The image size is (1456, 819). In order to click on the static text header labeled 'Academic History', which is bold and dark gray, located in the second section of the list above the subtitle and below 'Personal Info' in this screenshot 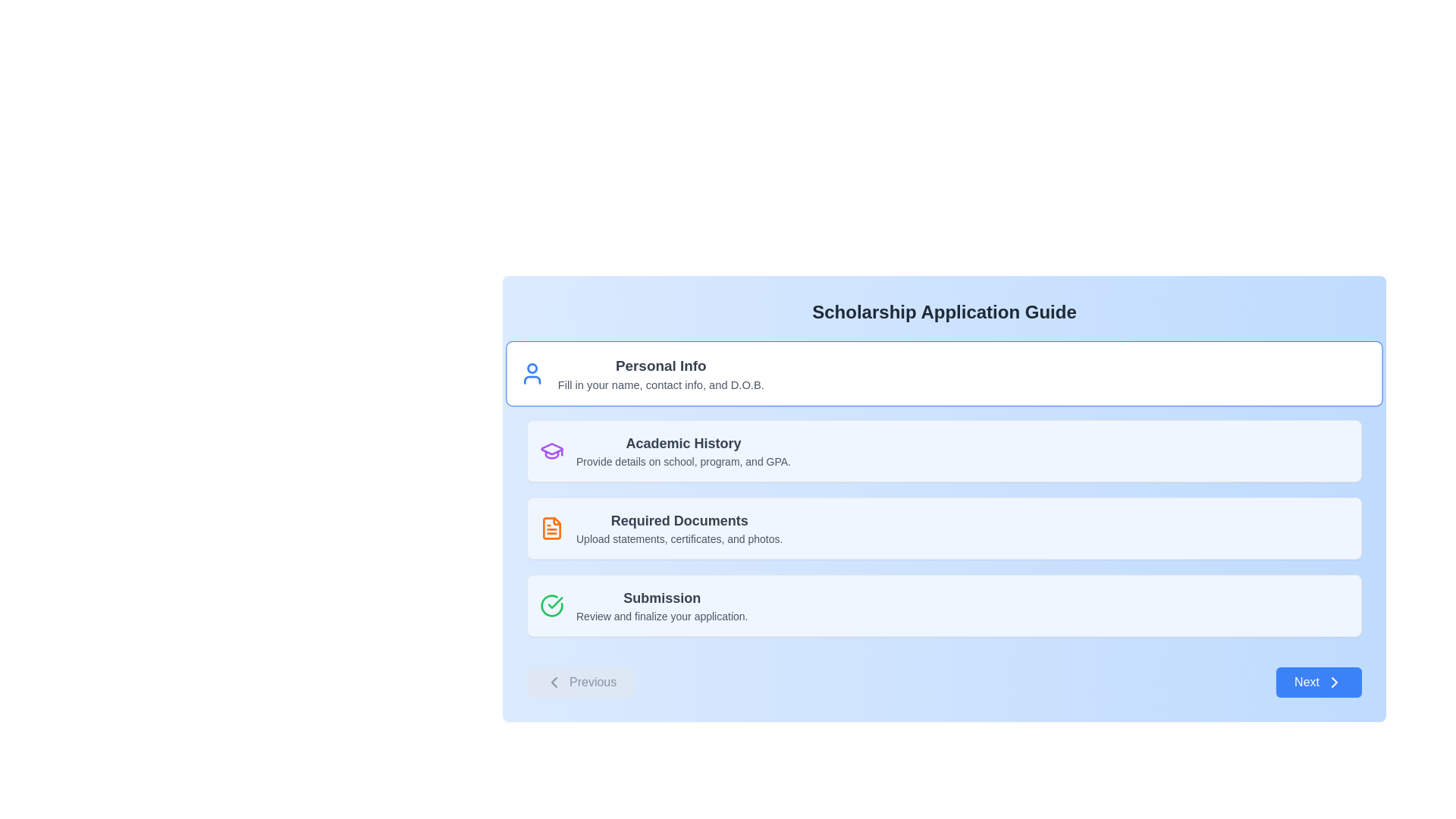, I will do `click(682, 444)`.